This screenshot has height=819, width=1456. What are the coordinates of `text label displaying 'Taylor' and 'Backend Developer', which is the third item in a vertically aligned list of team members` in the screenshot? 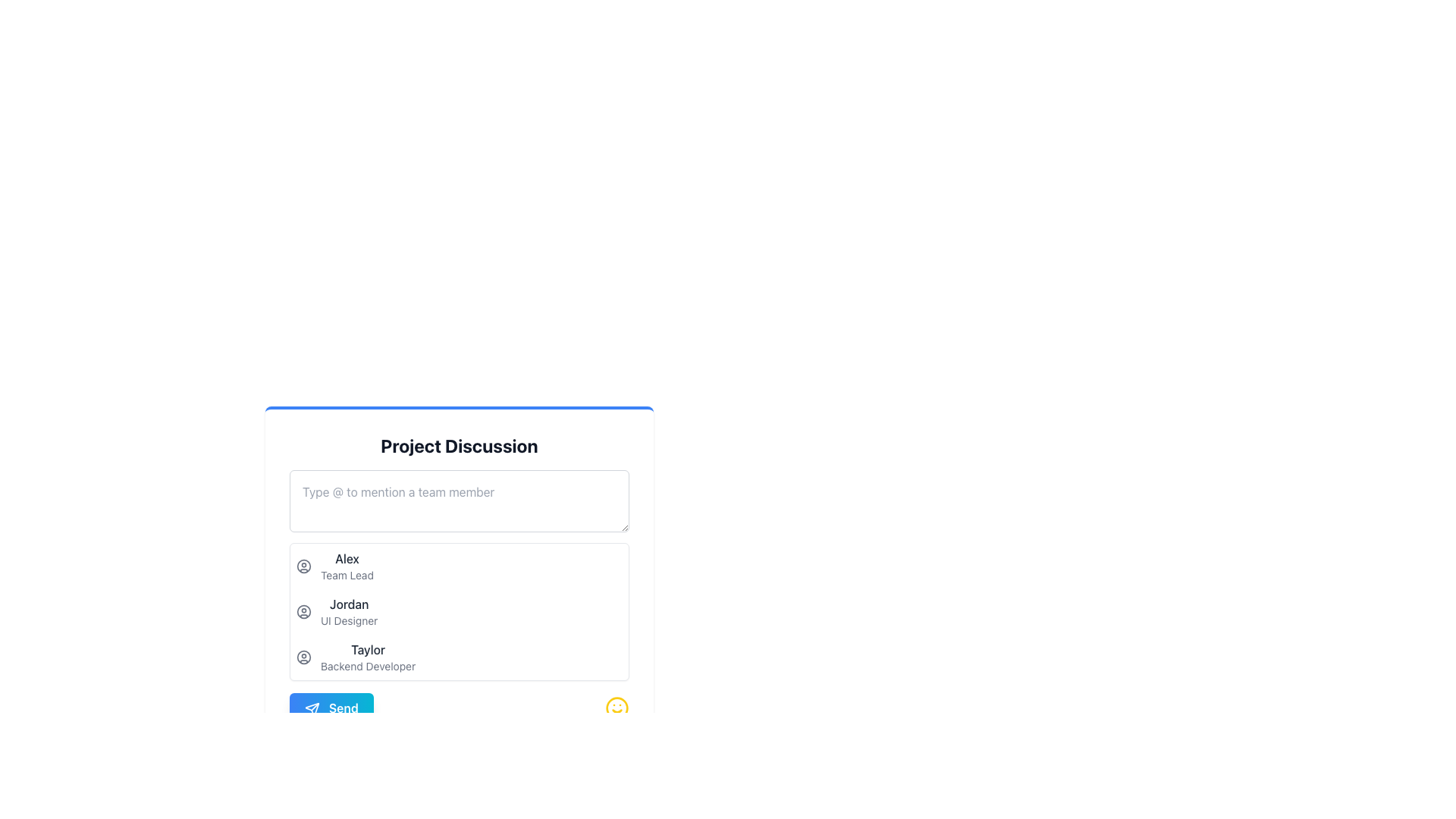 It's located at (368, 657).